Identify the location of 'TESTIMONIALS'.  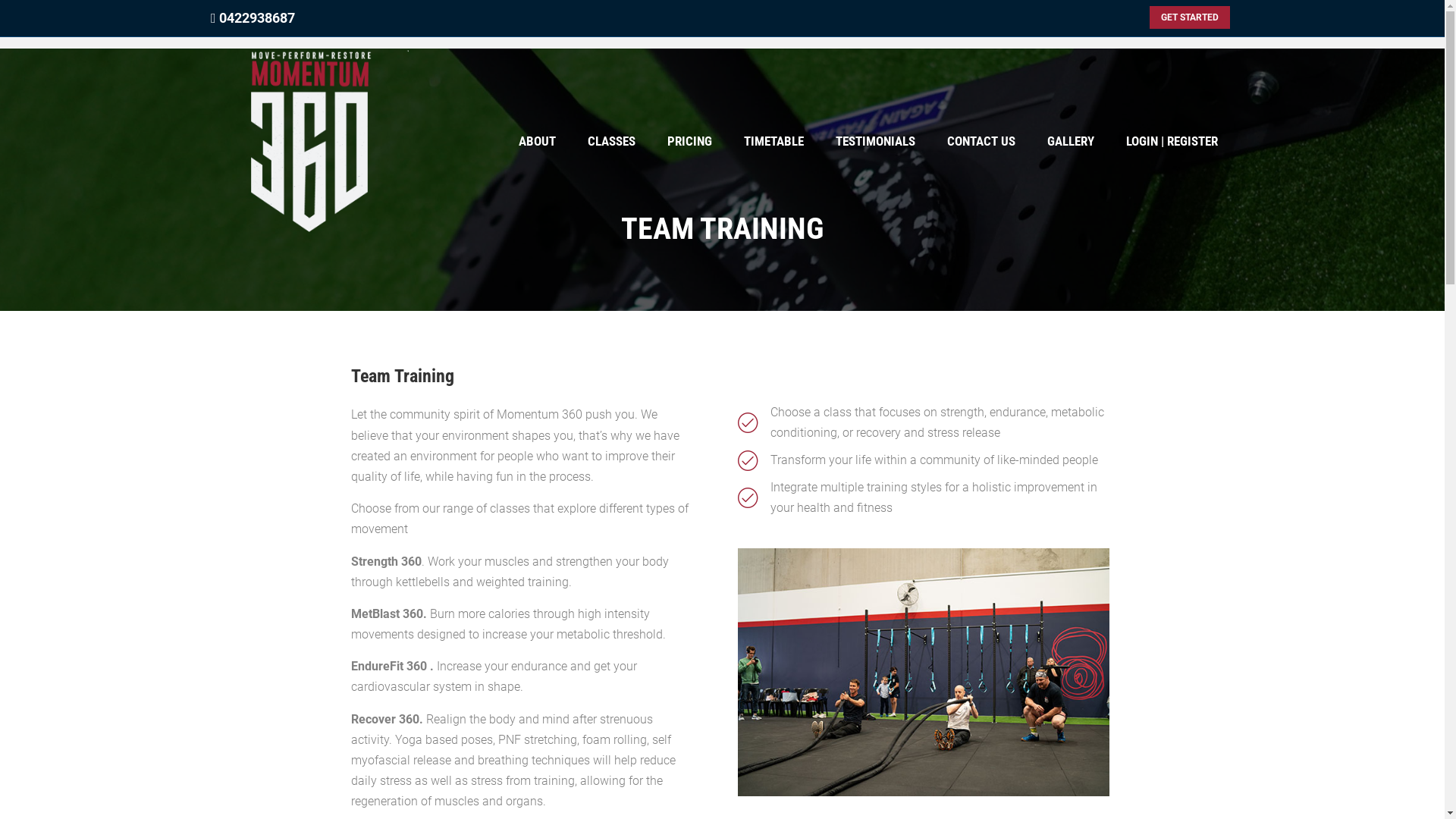
(875, 141).